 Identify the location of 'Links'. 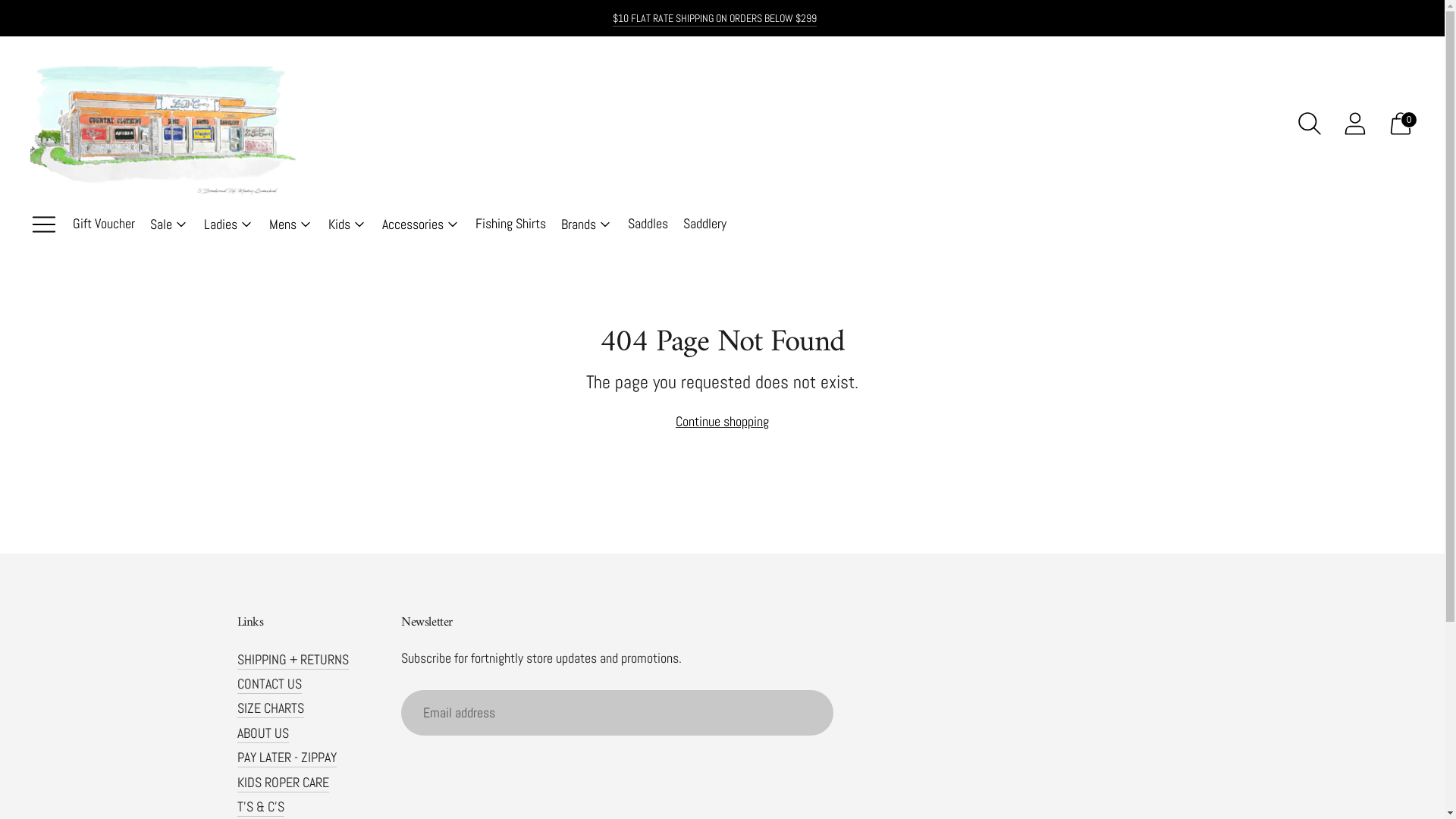
(236, 623).